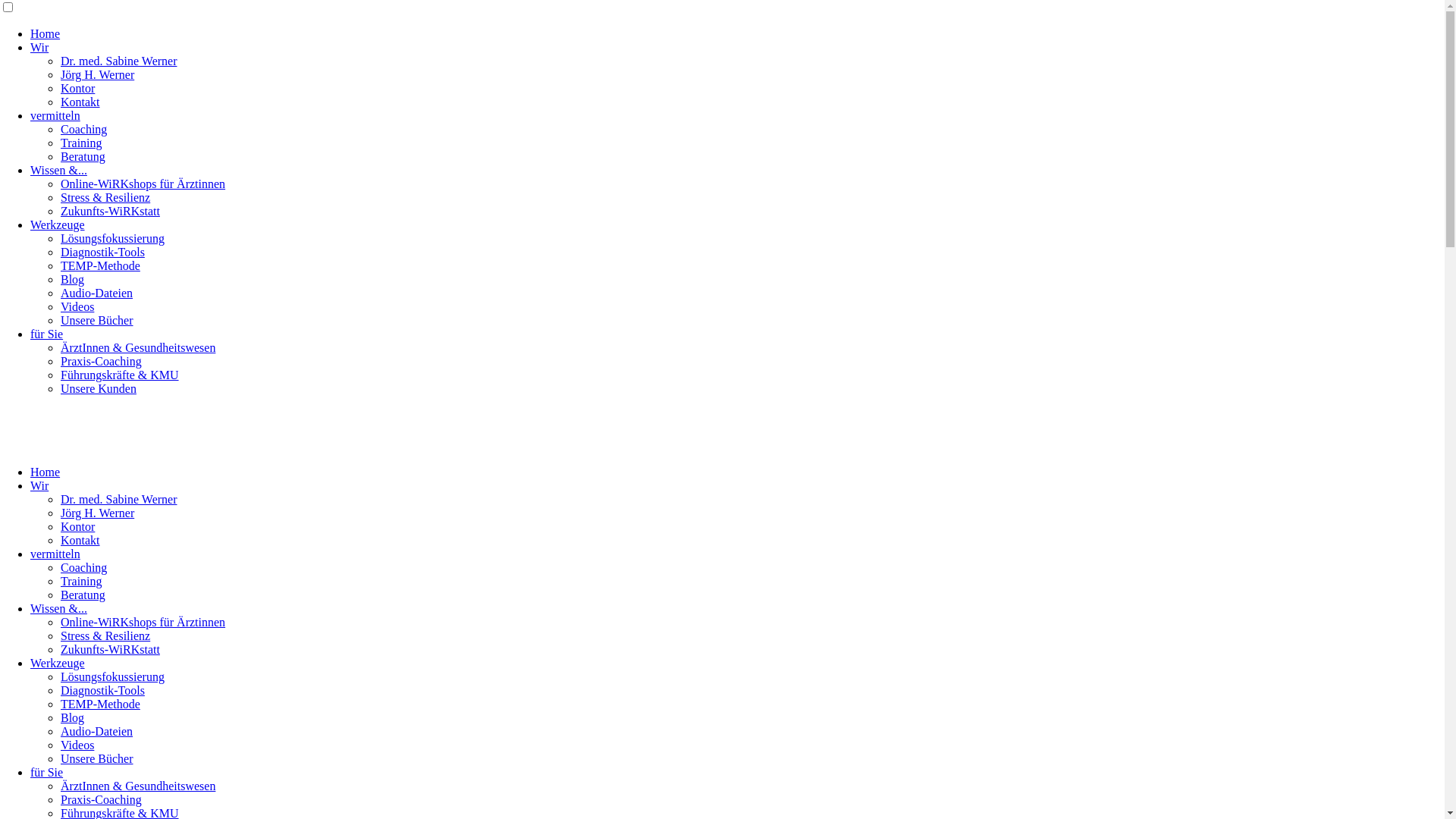  What do you see at coordinates (30, 471) in the screenshot?
I see `'Home'` at bounding box center [30, 471].